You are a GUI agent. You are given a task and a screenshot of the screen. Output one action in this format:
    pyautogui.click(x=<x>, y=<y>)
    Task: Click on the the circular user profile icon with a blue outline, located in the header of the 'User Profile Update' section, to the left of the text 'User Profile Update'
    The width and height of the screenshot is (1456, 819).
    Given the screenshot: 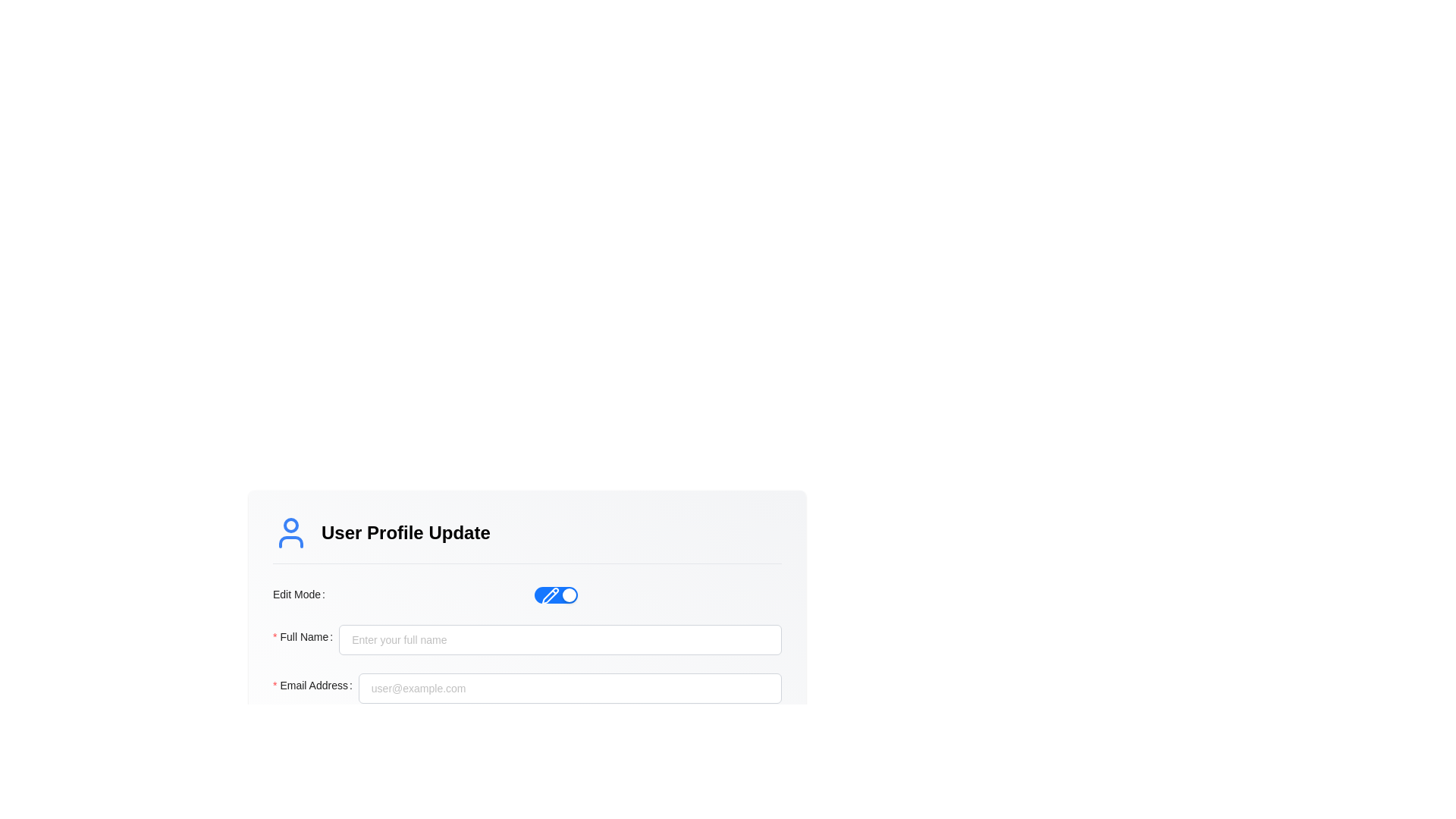 What is the action you would take?
    pyautogui.click(x=291, y=532)
    